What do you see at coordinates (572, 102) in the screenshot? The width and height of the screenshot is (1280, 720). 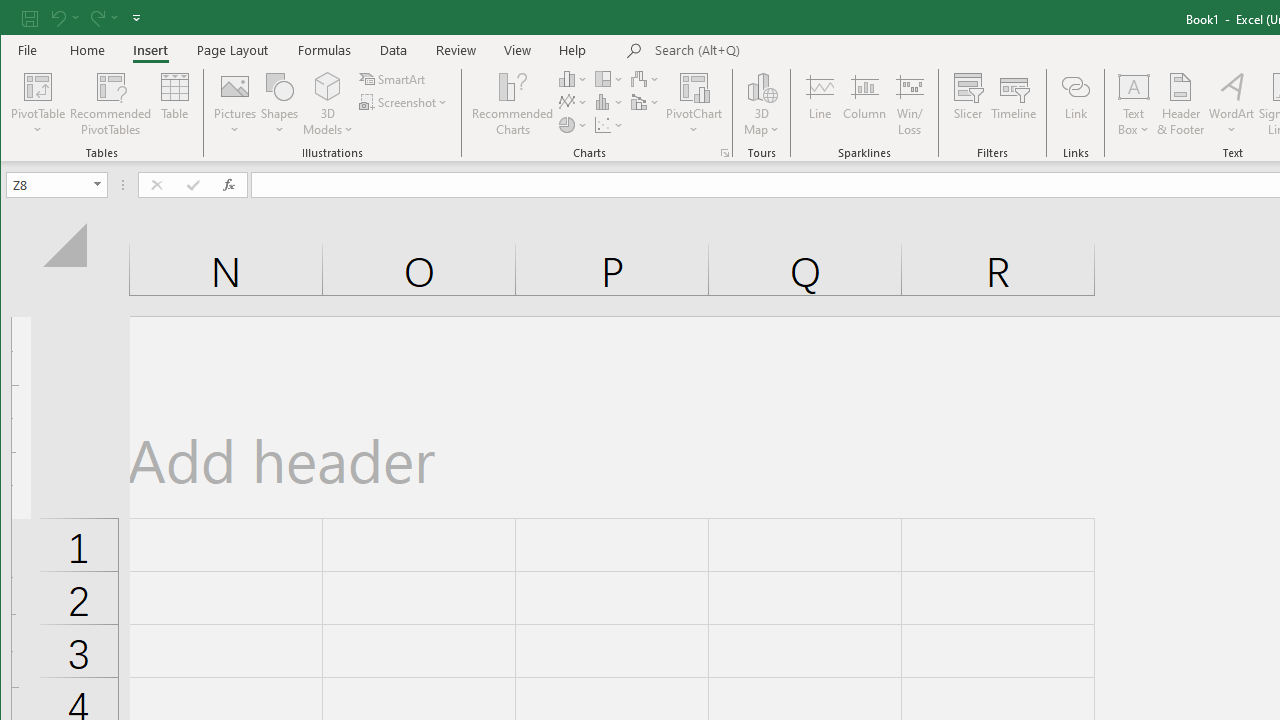 I see `'Insert Line or Area Chart'` at bounding box center [572, 102].